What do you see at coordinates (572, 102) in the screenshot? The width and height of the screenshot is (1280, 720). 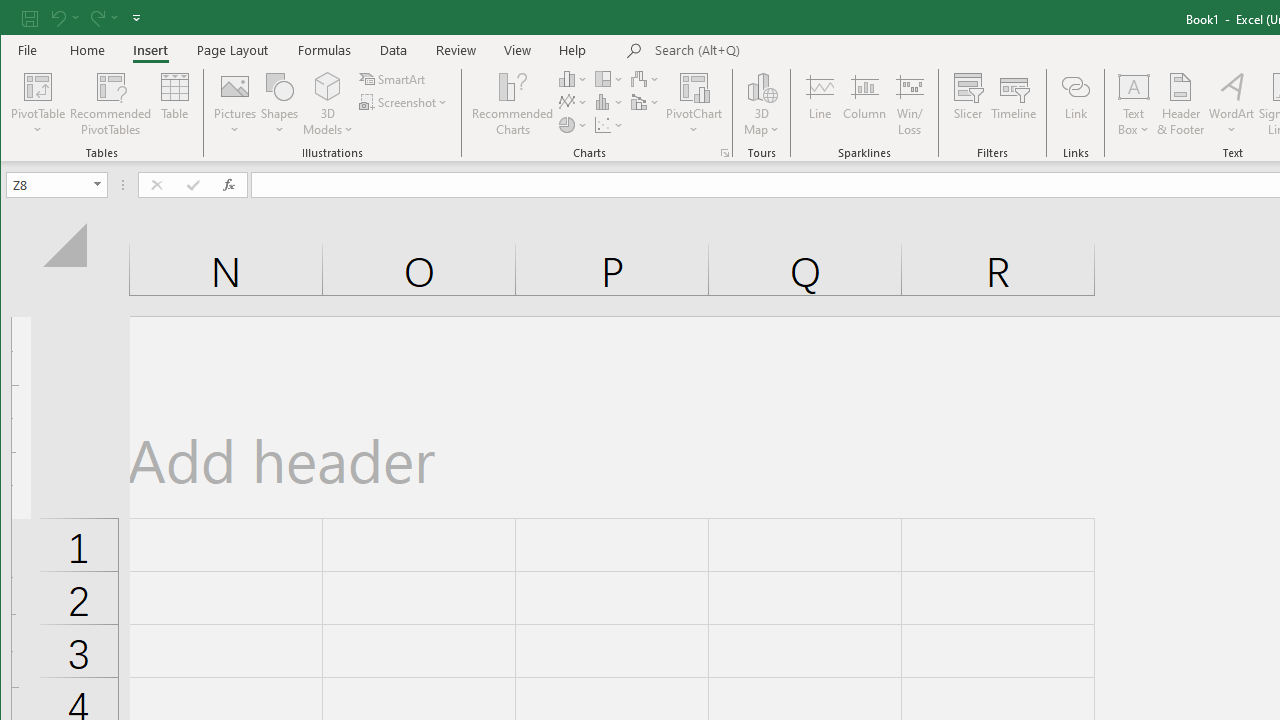 I see `'Insert Line or Area Chart'` at bounding box center [572, 102].